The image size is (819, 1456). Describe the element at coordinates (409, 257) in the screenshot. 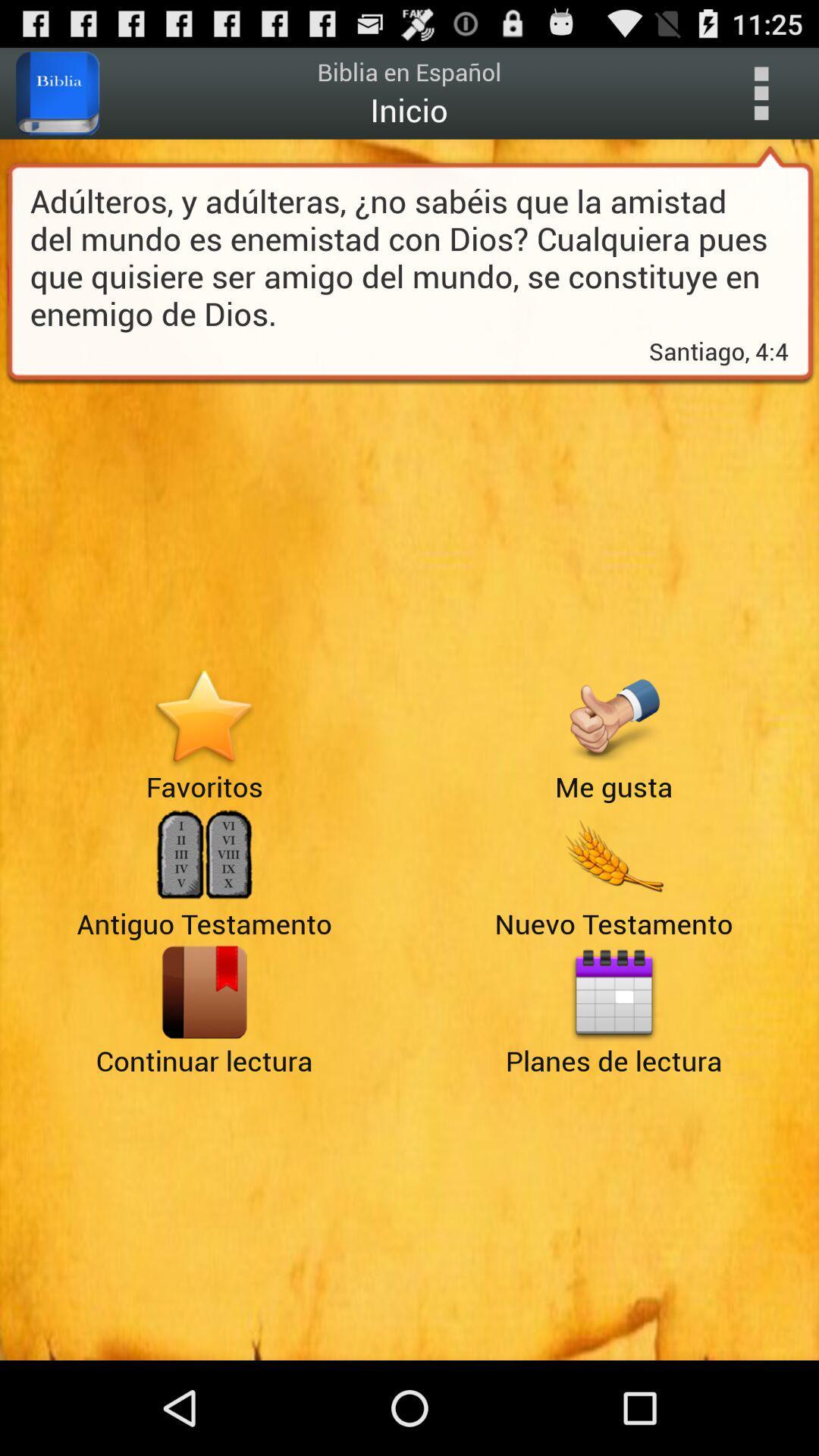

I see `icon above the santiago, 4:4 icon` at that location.